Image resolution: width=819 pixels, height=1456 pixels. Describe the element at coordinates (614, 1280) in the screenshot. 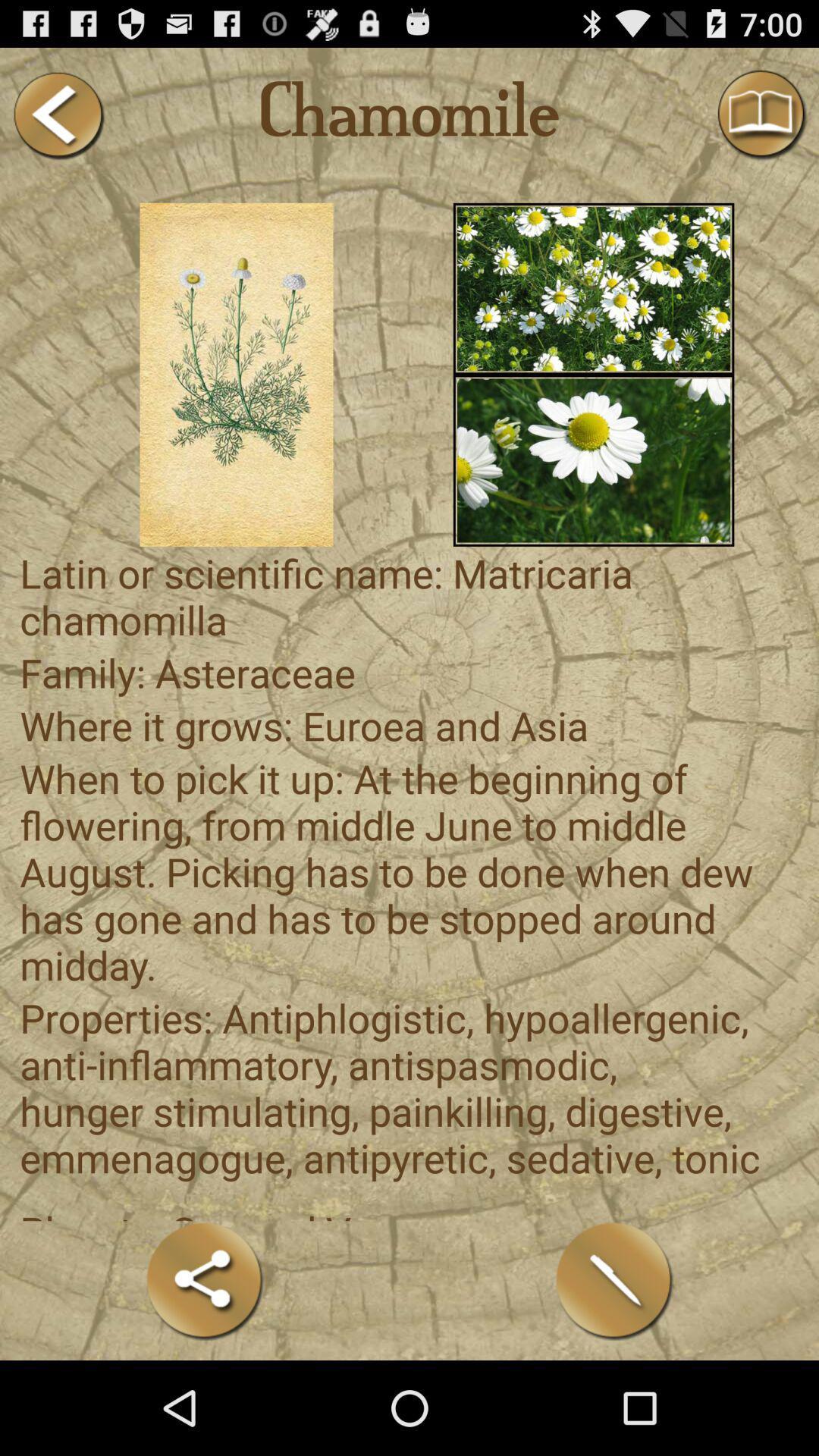

I see `edit content` at that location.